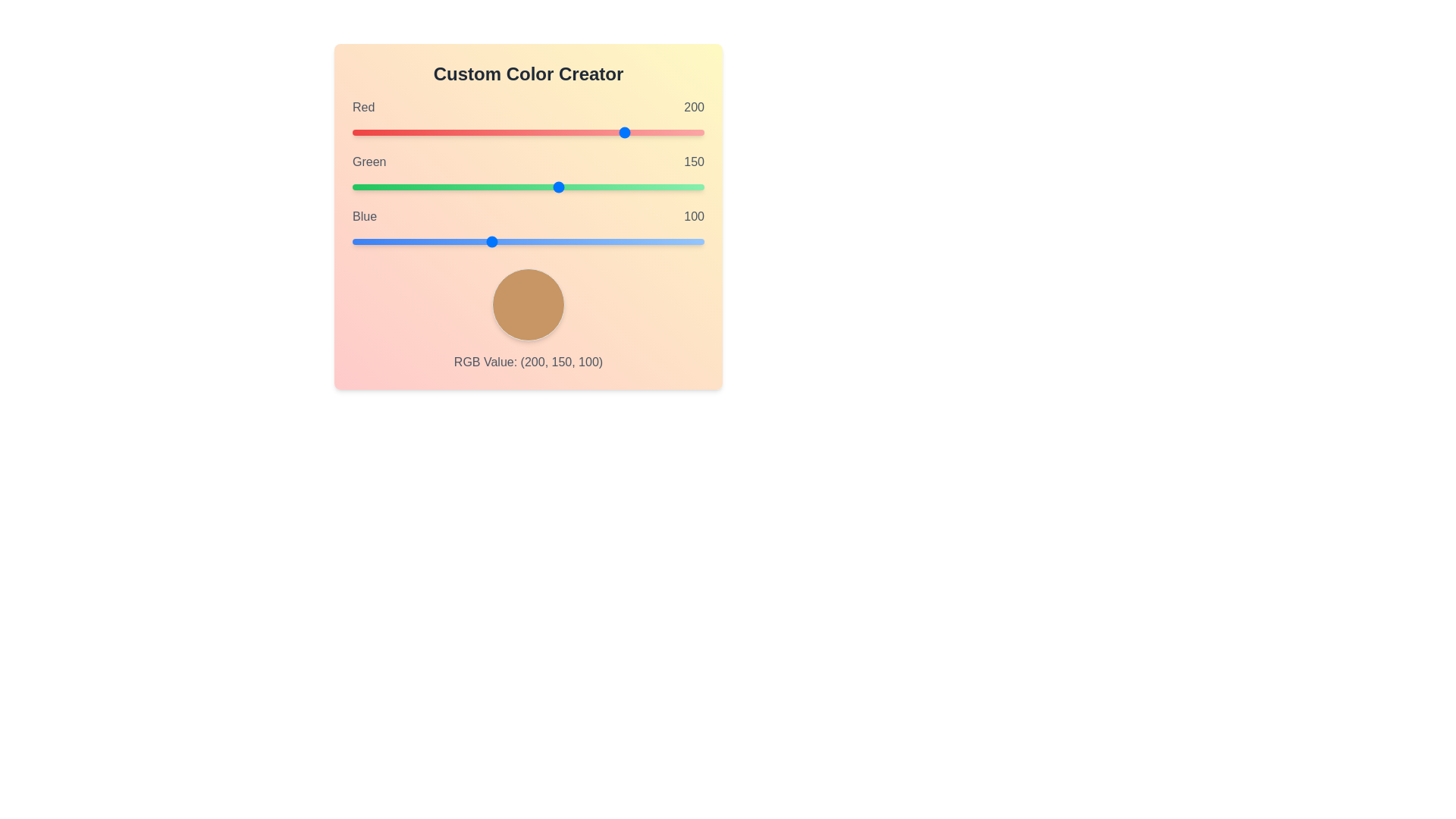  I want to click on the red slider to set the red value to 27, so click(390, 131).